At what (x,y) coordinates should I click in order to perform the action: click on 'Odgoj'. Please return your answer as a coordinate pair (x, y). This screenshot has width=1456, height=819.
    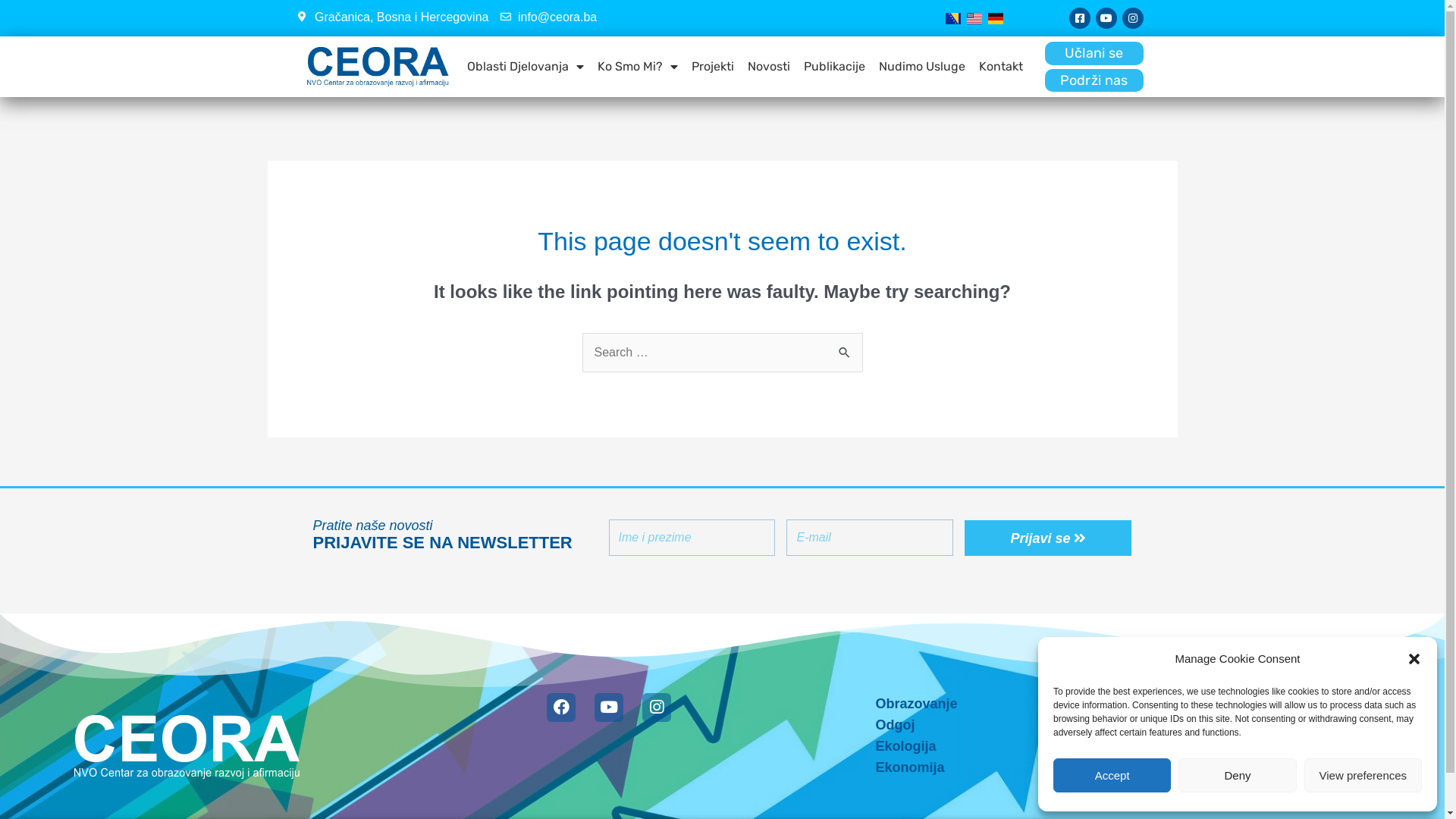
    Looking at the image, I should click on (859, 724).